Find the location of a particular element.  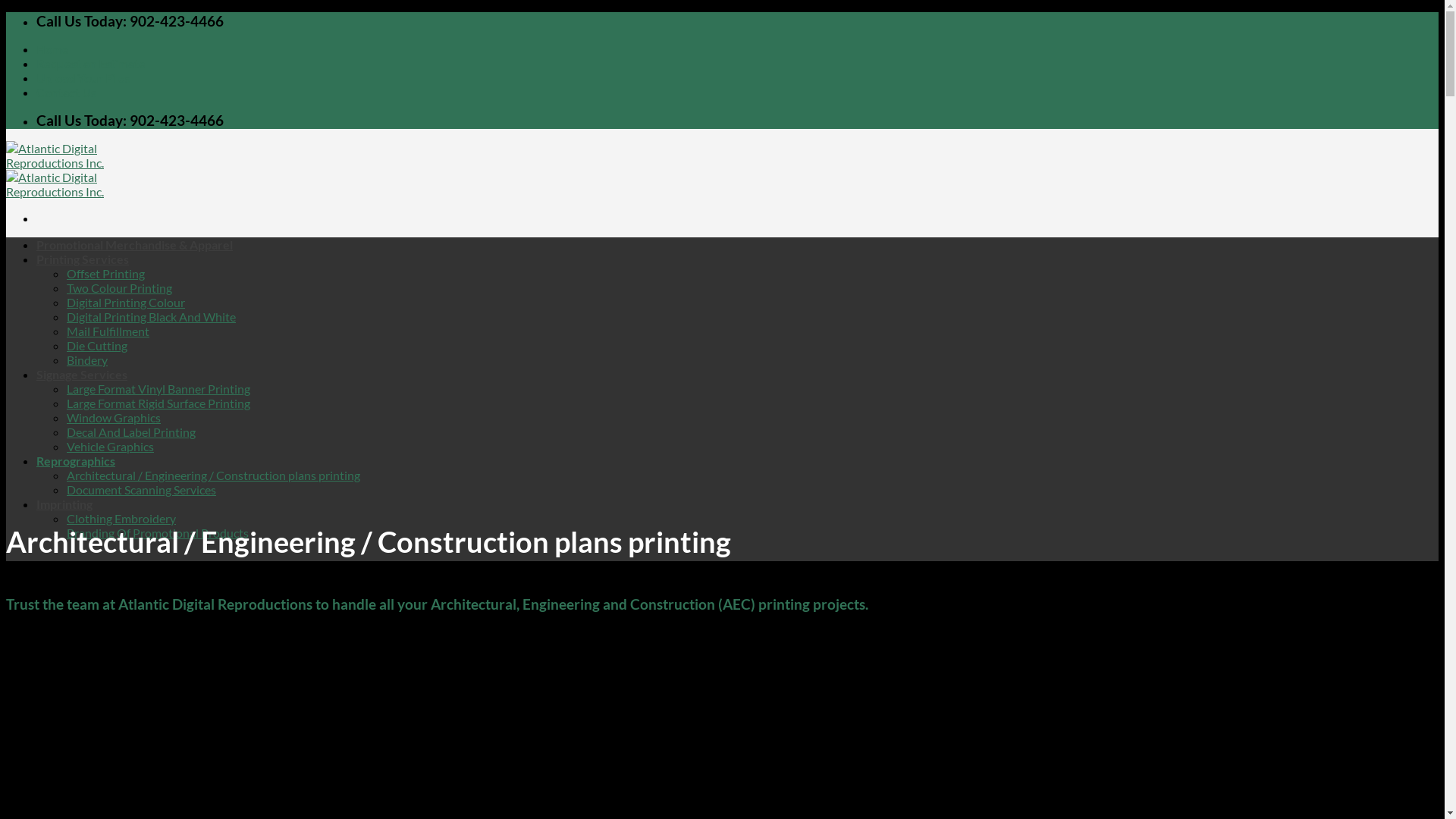

'Imprinting' is located at coordinates (64, 504).